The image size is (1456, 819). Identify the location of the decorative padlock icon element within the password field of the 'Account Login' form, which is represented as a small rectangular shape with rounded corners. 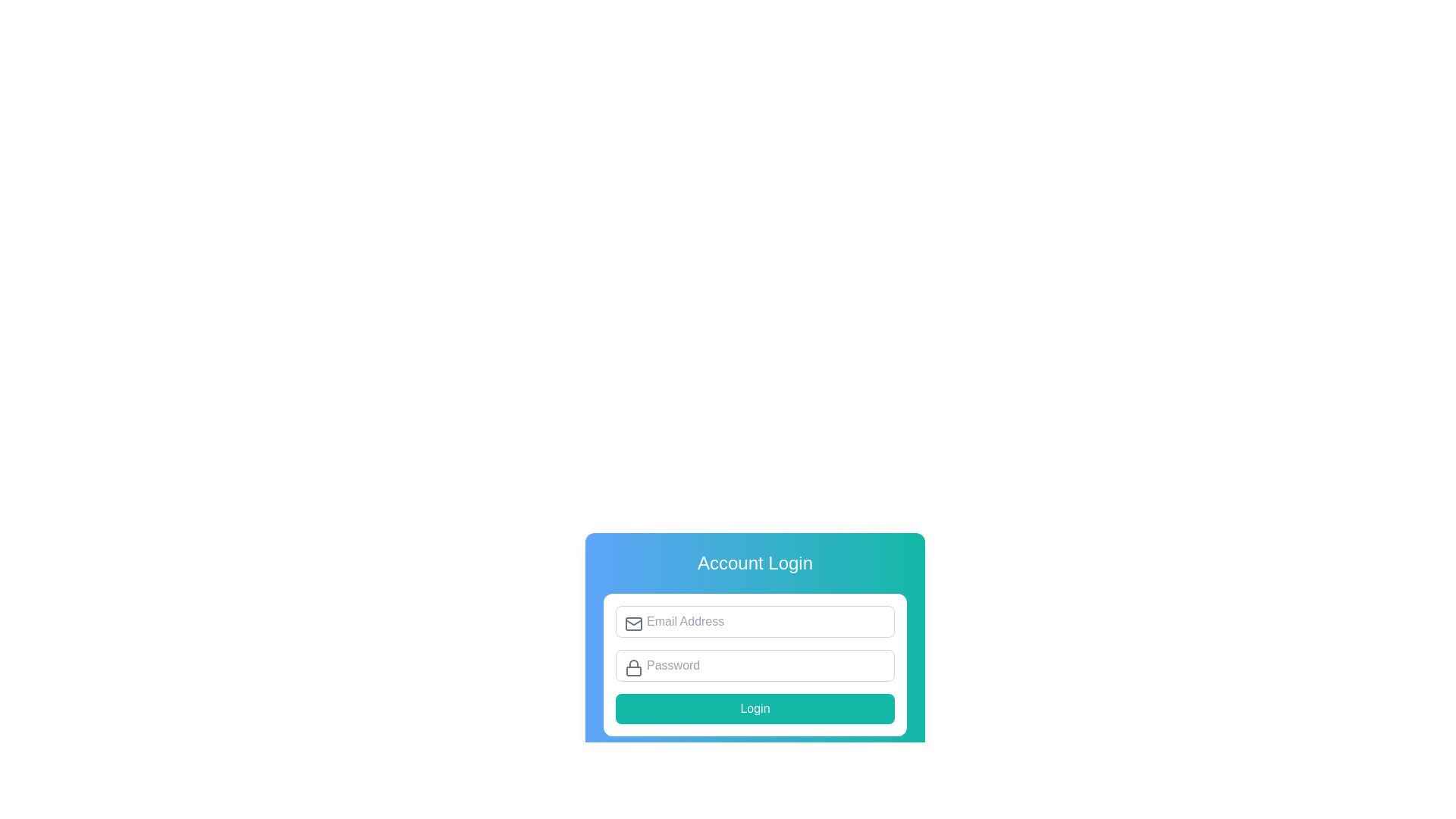
(633, 670).